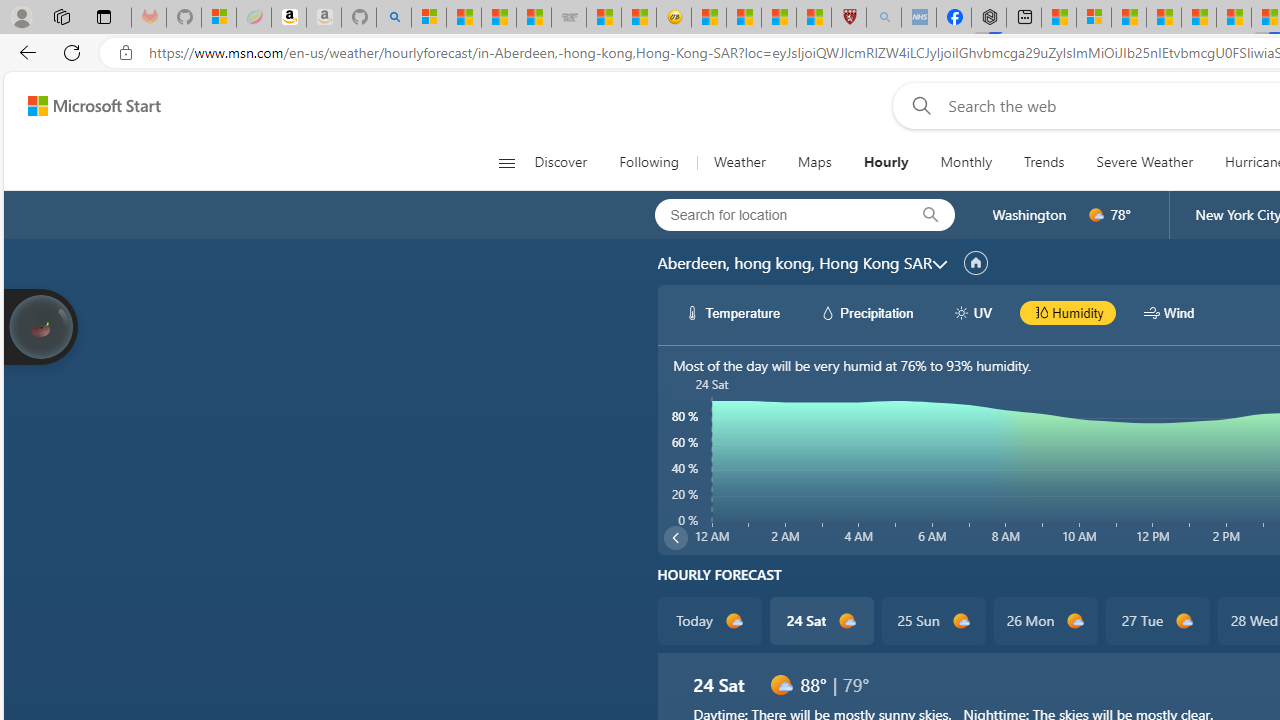  Describe the element at coordinates (40, 324) in the screenshot. I see `'Join us in planting real trees to help our planet!'` at that location.